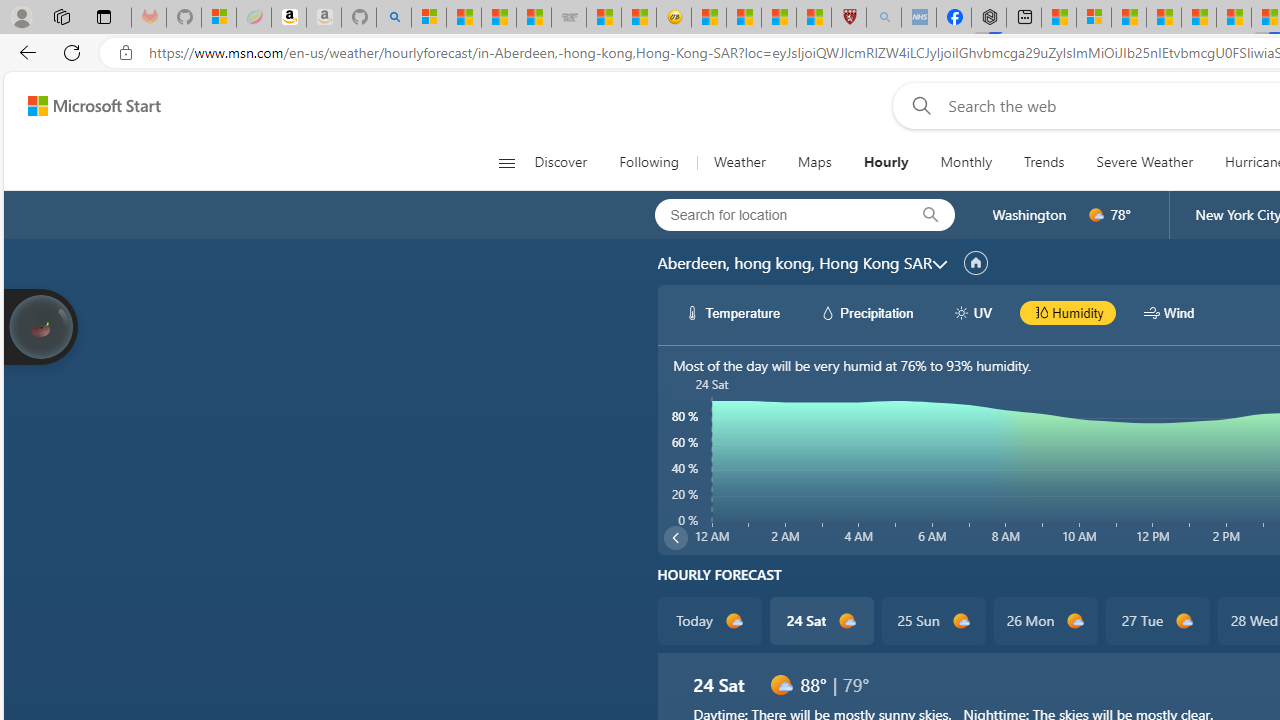  Describe the element at coordinates (40, 324) in the screenshot. I see `'Join us in planting real trees to help our planet!'` at that location.